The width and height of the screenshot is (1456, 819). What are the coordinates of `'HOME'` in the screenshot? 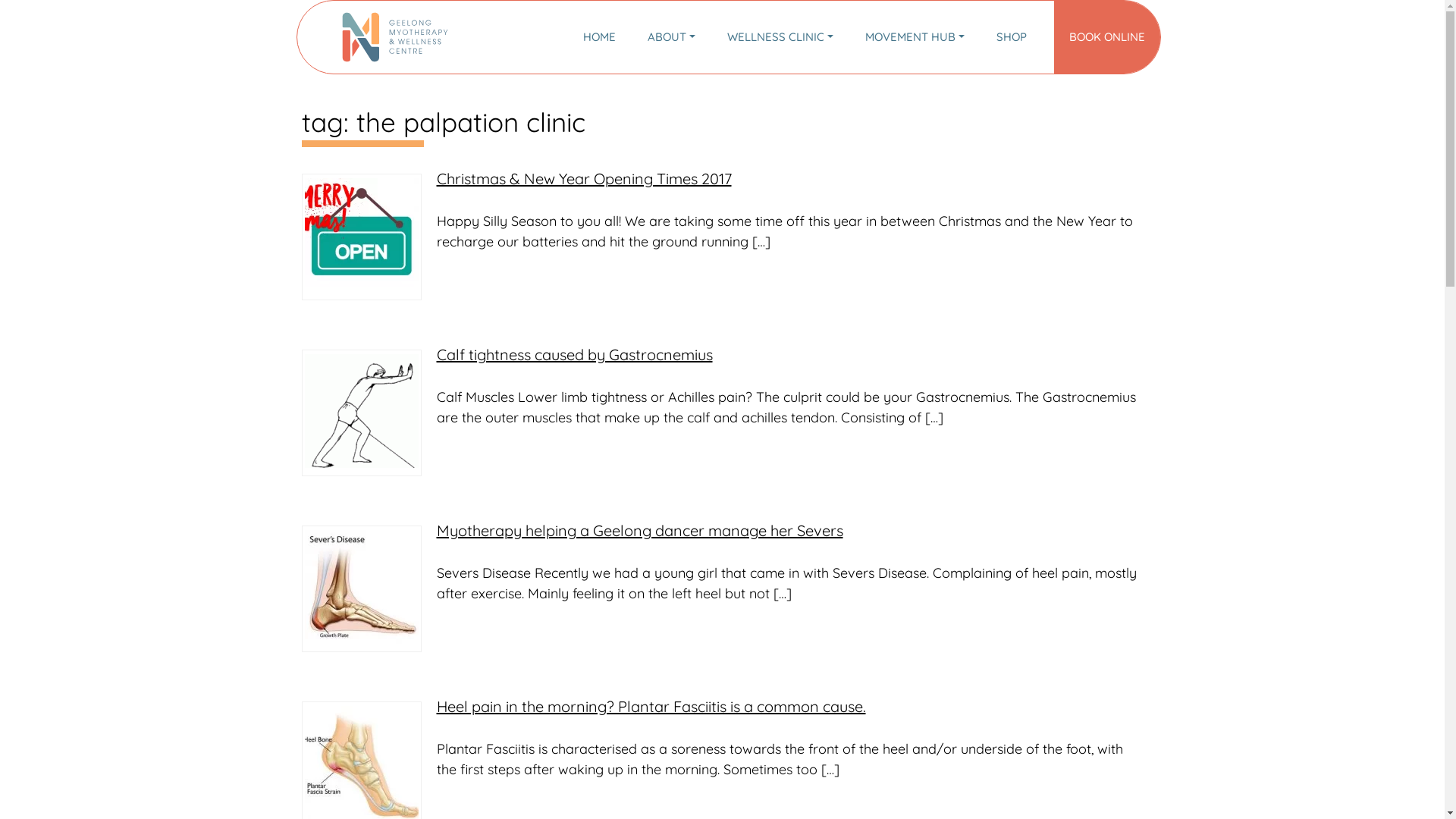 It's located at (598, 36).